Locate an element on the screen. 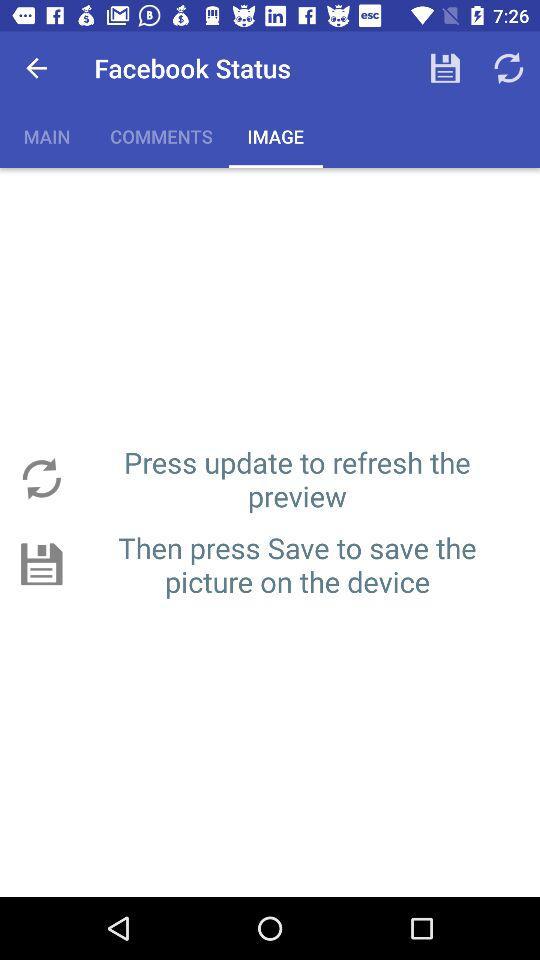 The height and width of the screenshot is (960, 540). icon next to the facebook status icon is located at coordinates (36, 68).